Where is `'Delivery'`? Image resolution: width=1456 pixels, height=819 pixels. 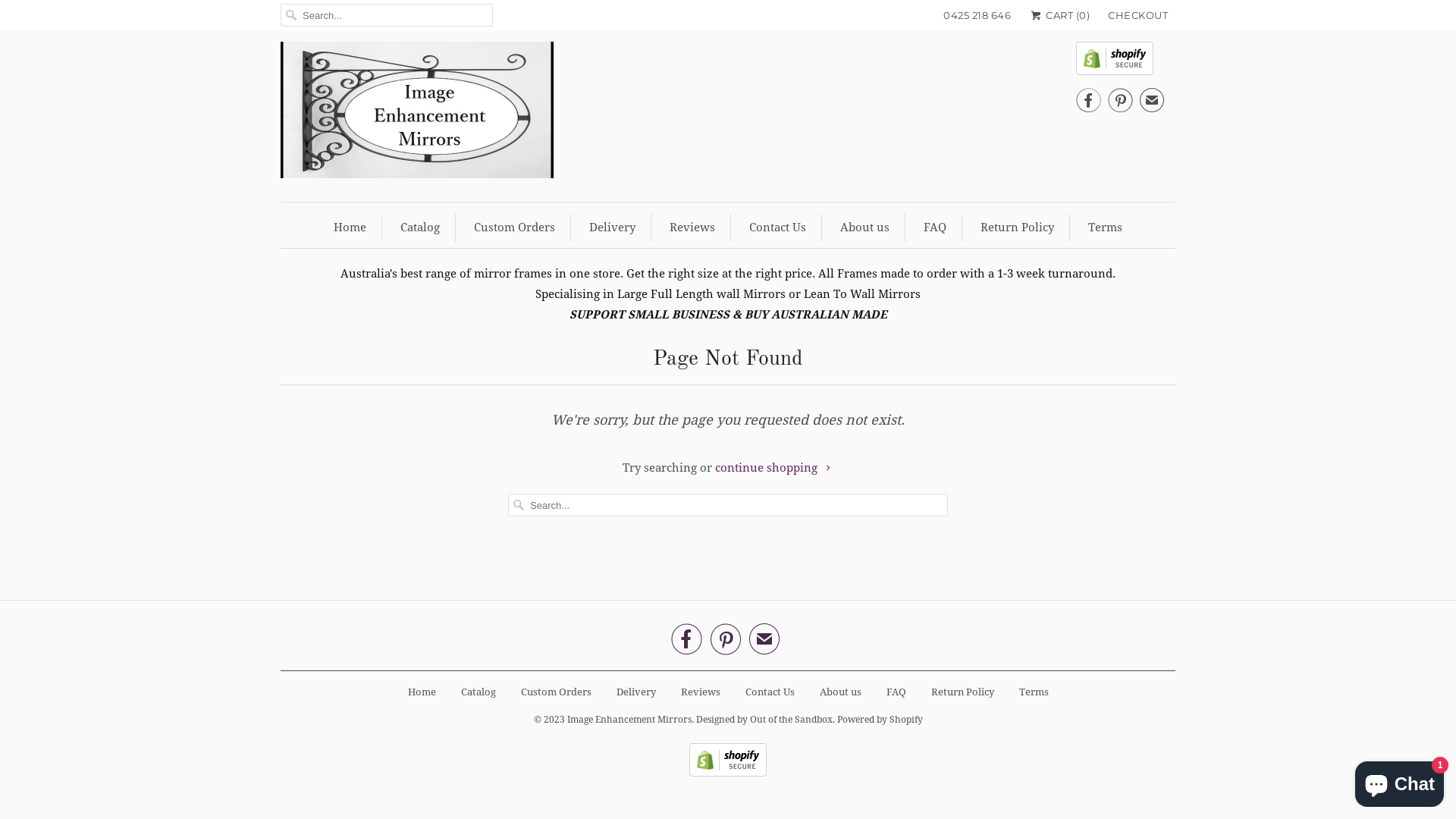 'Delivery' is located at coordinates (588, 227).